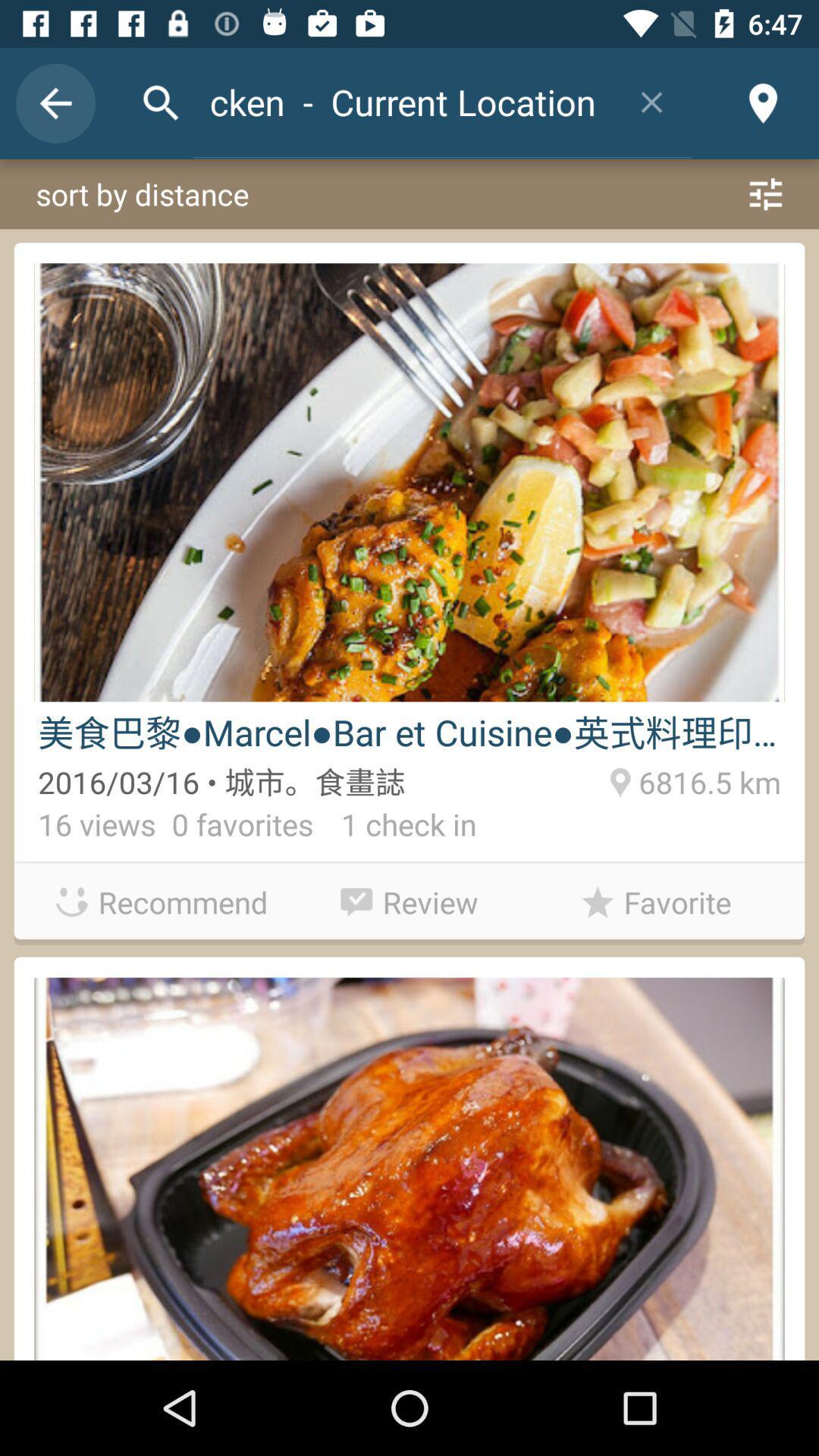 This screenshot has height=1456, width=819. Describe the element at coordinates (55, 102) in the screenshot. I see `item above the sort by distance` at that location.